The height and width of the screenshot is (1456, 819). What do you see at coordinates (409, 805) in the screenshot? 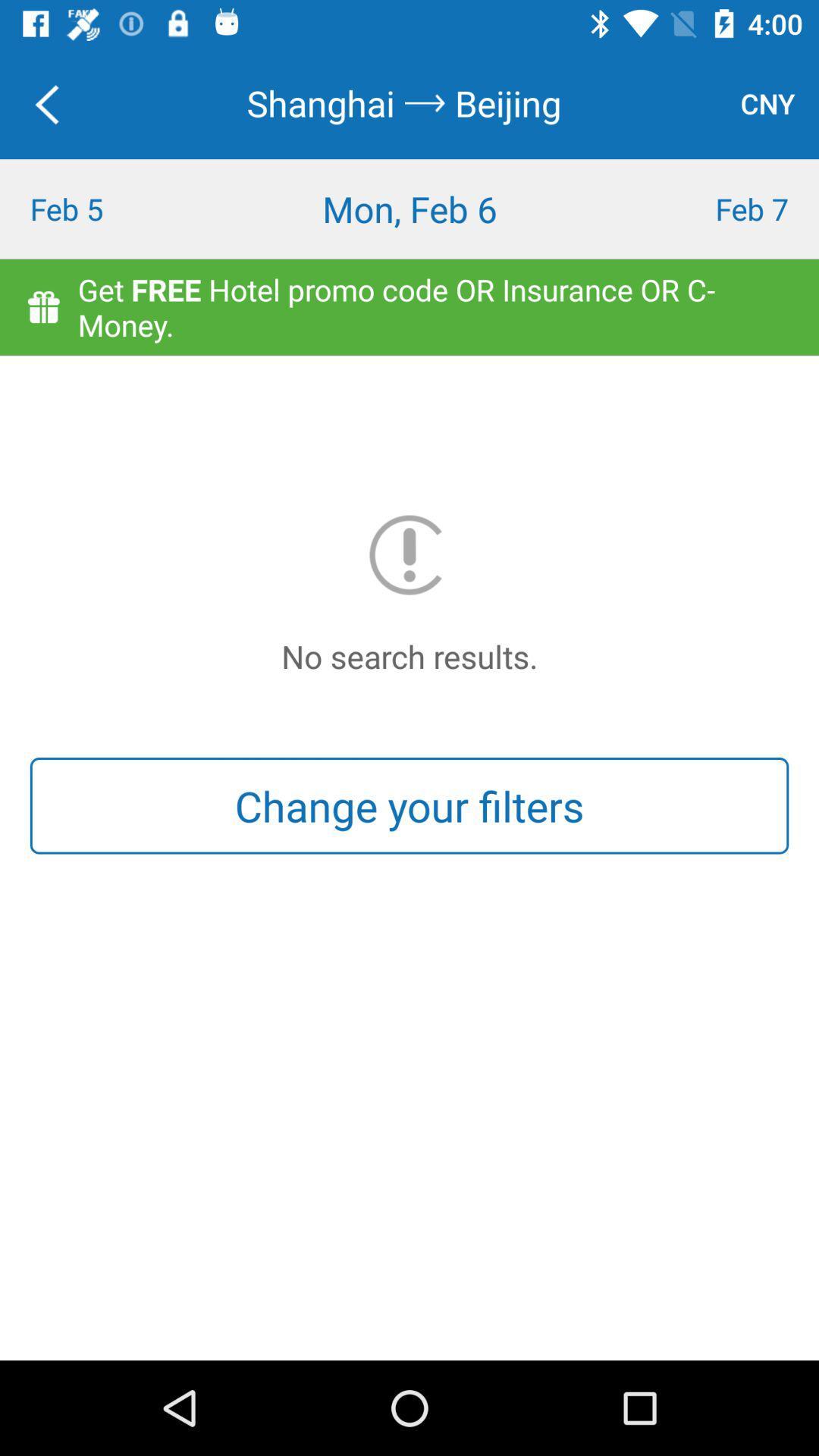
I see `change your filters button on the page` at bounding box center [409, 805].